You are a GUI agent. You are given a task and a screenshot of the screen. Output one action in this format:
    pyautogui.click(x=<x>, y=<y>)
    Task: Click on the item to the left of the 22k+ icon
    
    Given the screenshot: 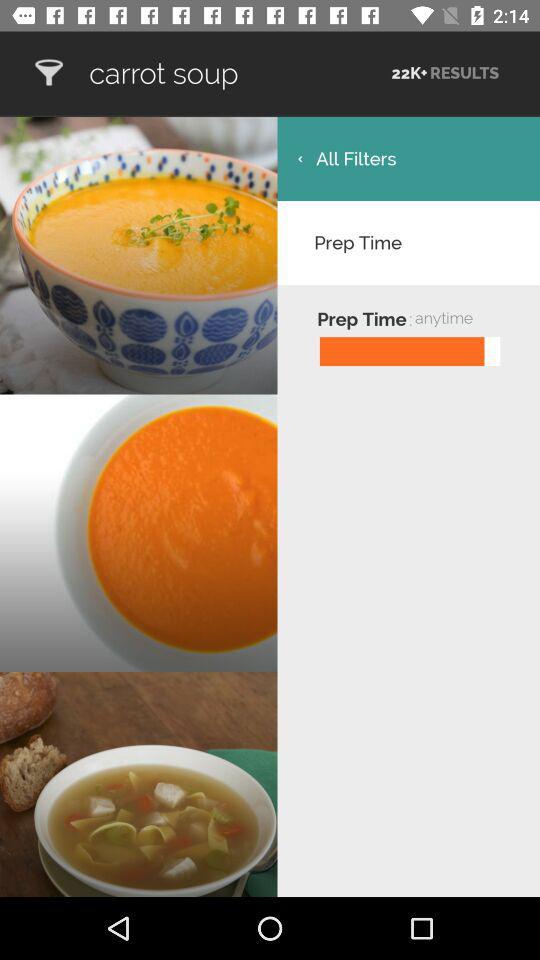 What is the action you would take?
    pyautogui.click(x=238, y=73)
    